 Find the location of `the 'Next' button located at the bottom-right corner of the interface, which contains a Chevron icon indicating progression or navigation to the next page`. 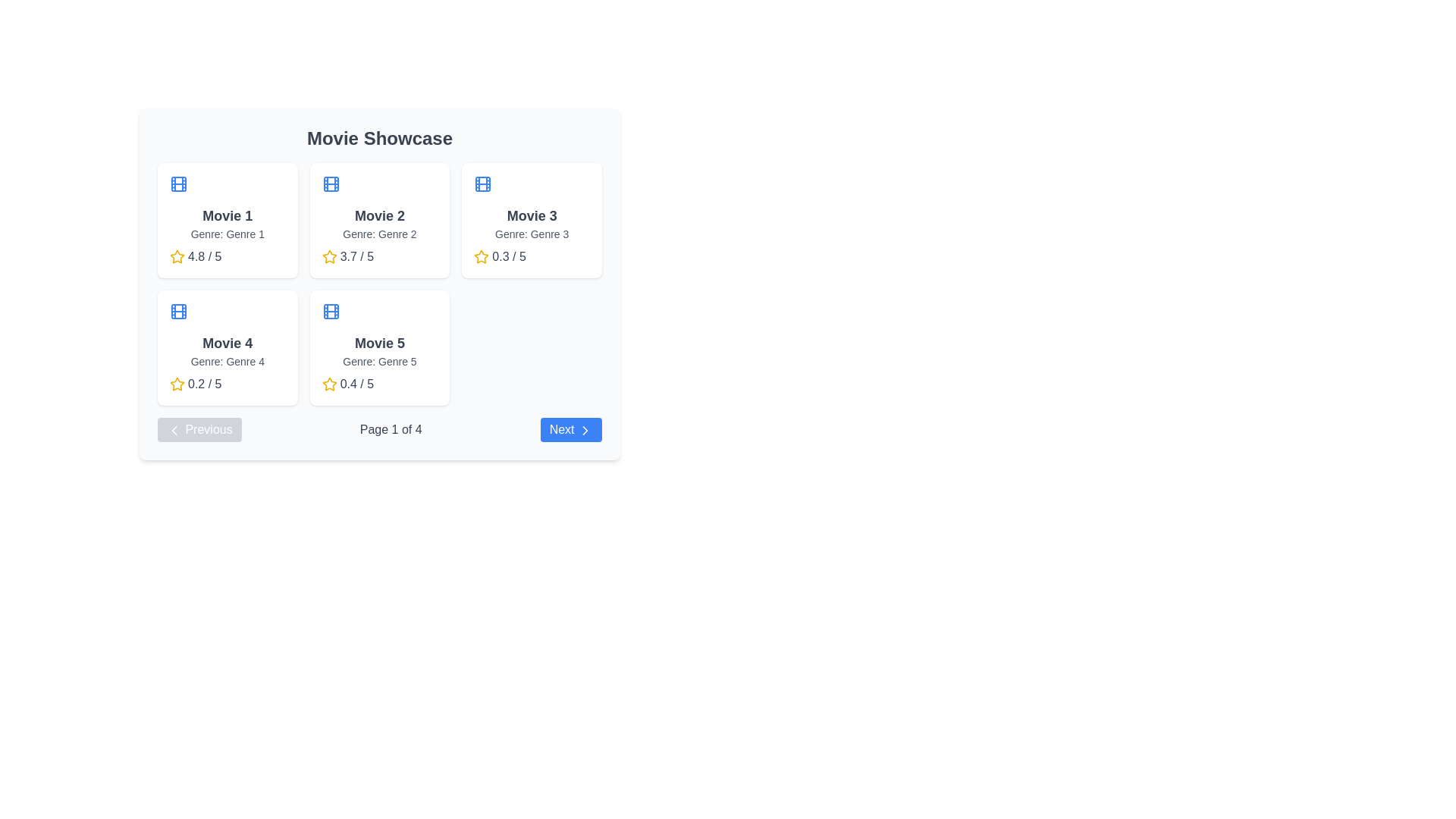

the 'Next' button located at the bottom-right corner of the interface, which contains a Chevron icon indicating progression or navigation to the next page is located at coordinates (585, 430).